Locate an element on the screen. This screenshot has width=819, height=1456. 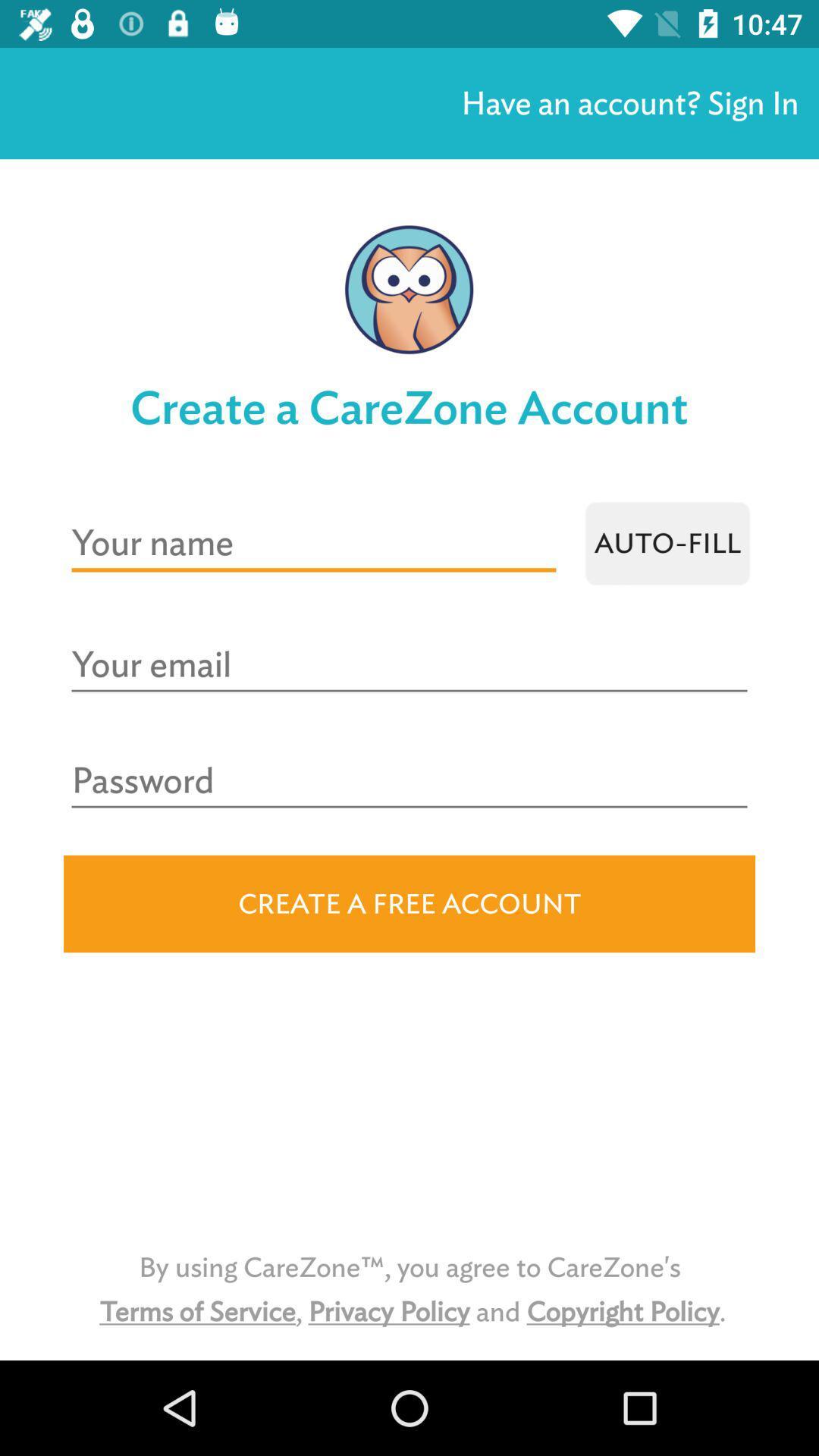
have an account item is located at coordinates (629, 102).